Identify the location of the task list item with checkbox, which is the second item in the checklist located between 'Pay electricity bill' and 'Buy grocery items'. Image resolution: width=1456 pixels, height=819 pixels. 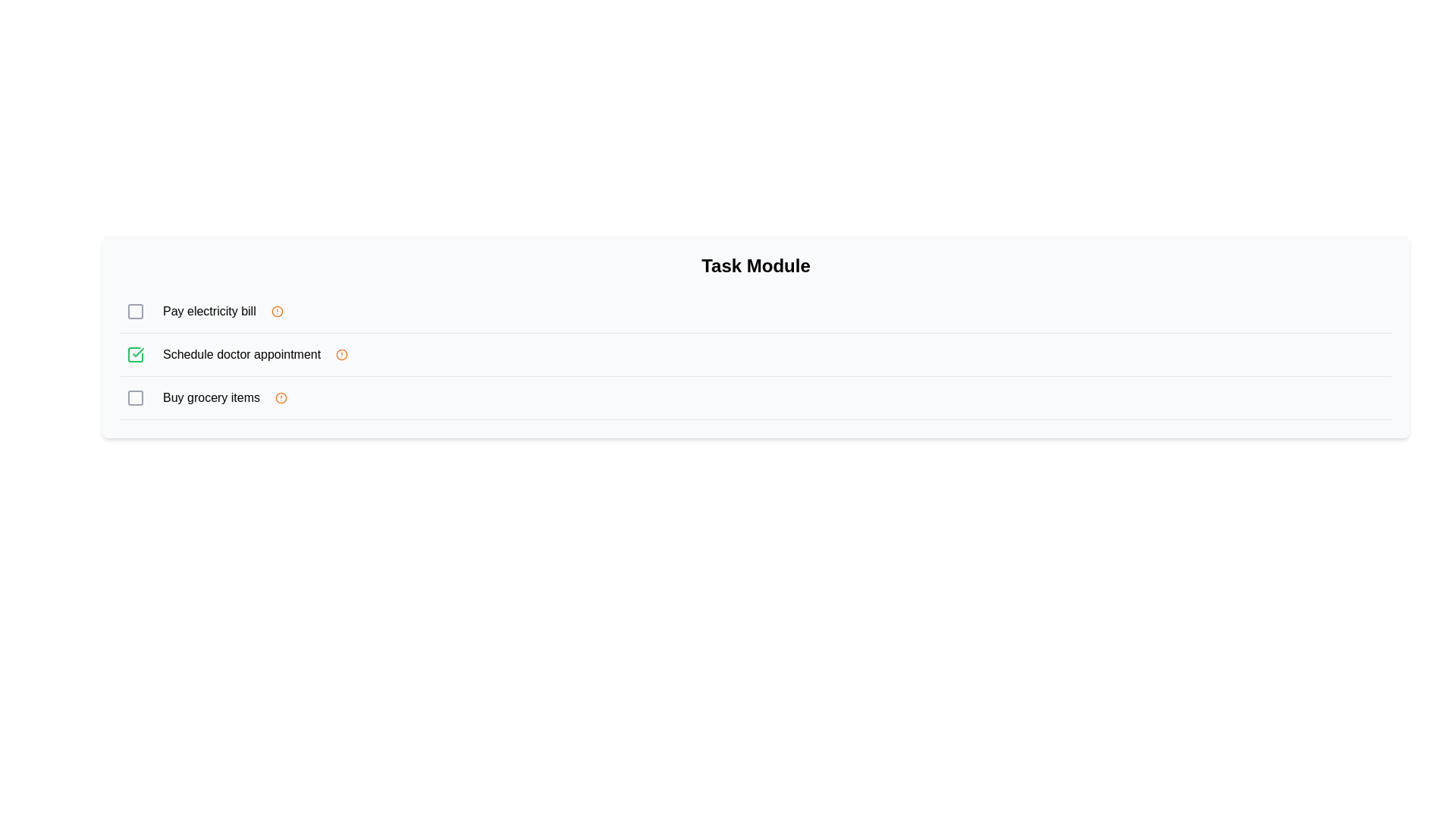
(756, 355).